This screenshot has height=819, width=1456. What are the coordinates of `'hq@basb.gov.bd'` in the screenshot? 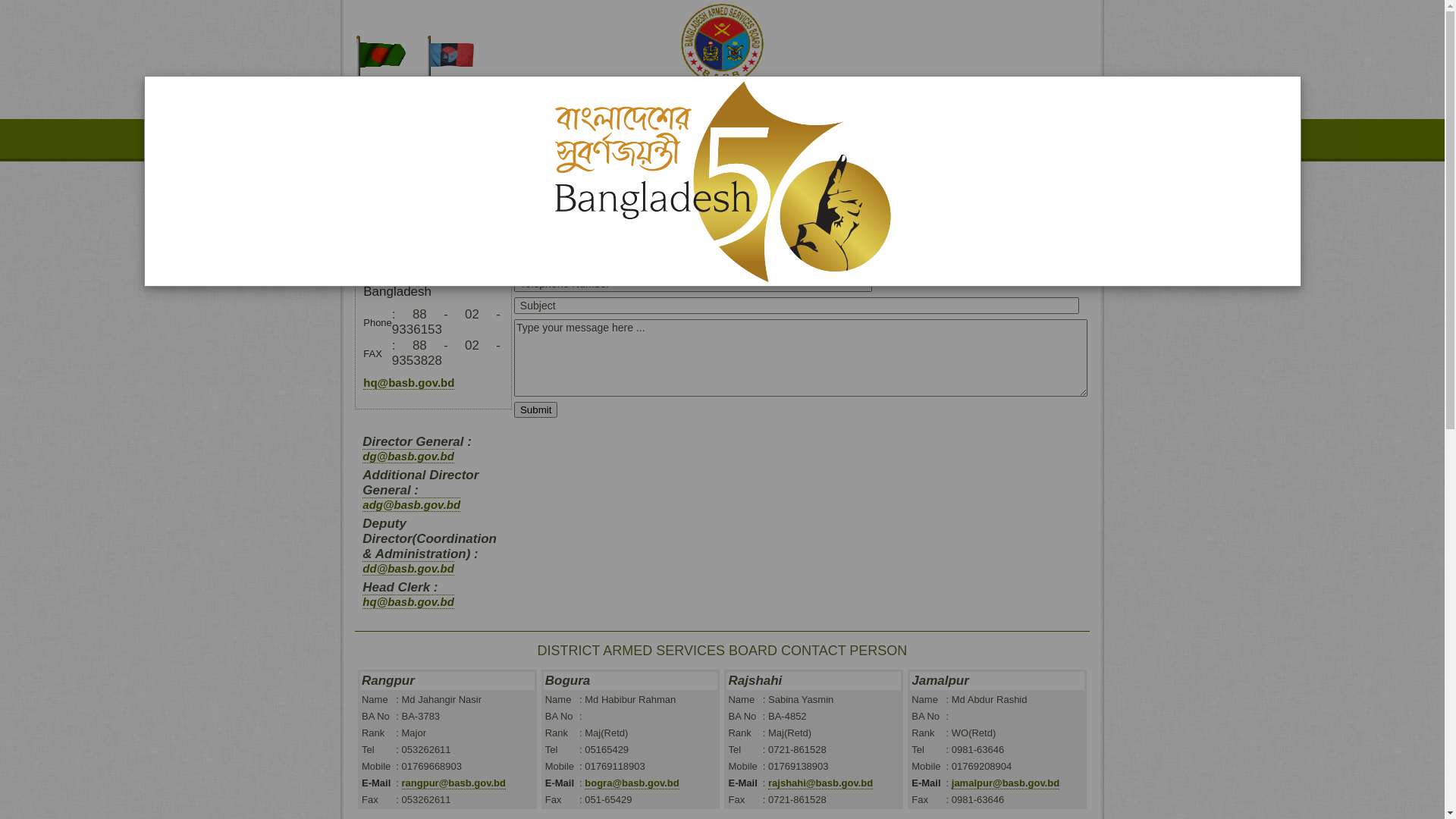 It's located at (408, 382).